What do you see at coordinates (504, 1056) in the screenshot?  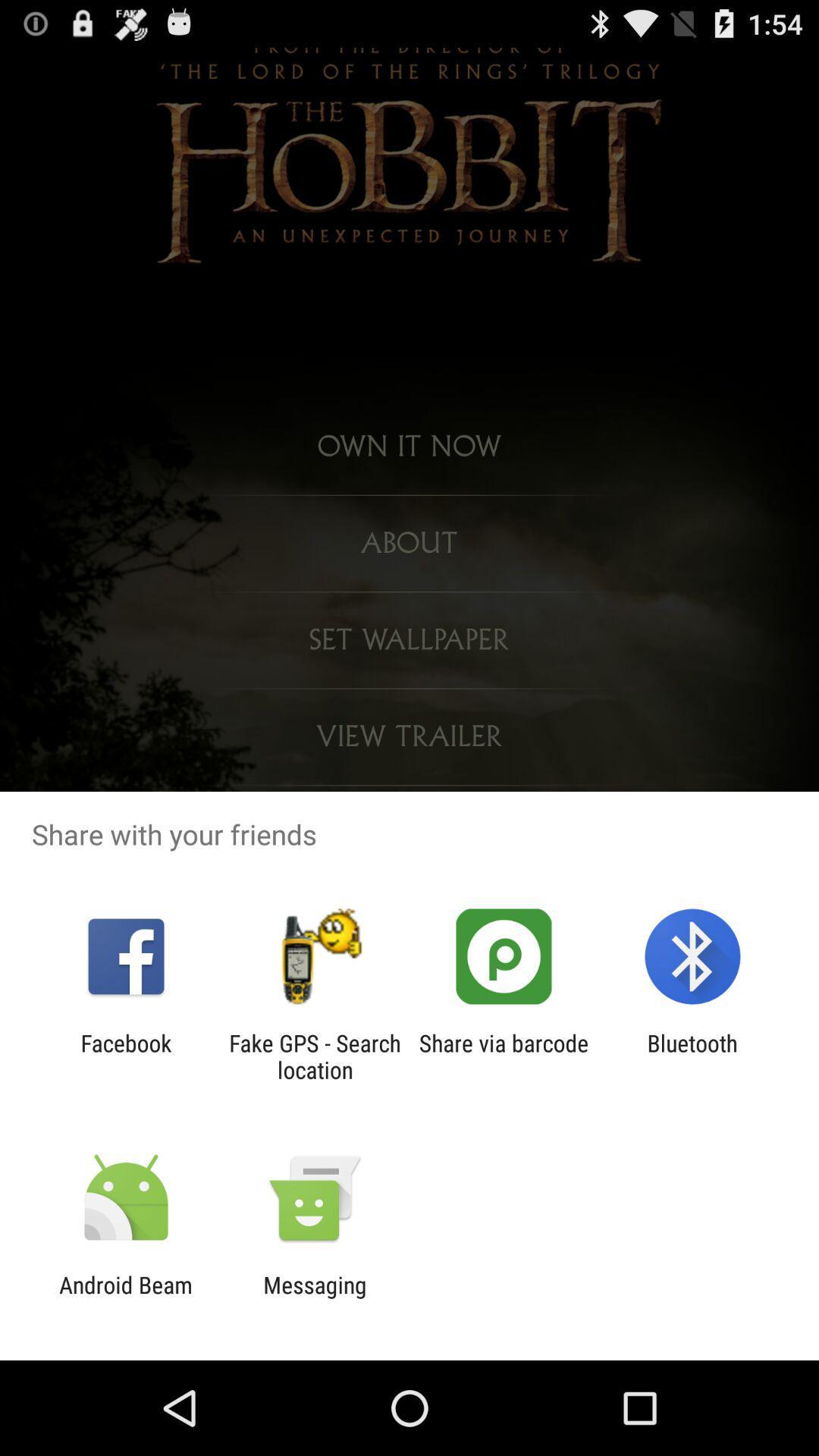 I see `app to the left of bluetooth` at bounding box center [504, 1056].